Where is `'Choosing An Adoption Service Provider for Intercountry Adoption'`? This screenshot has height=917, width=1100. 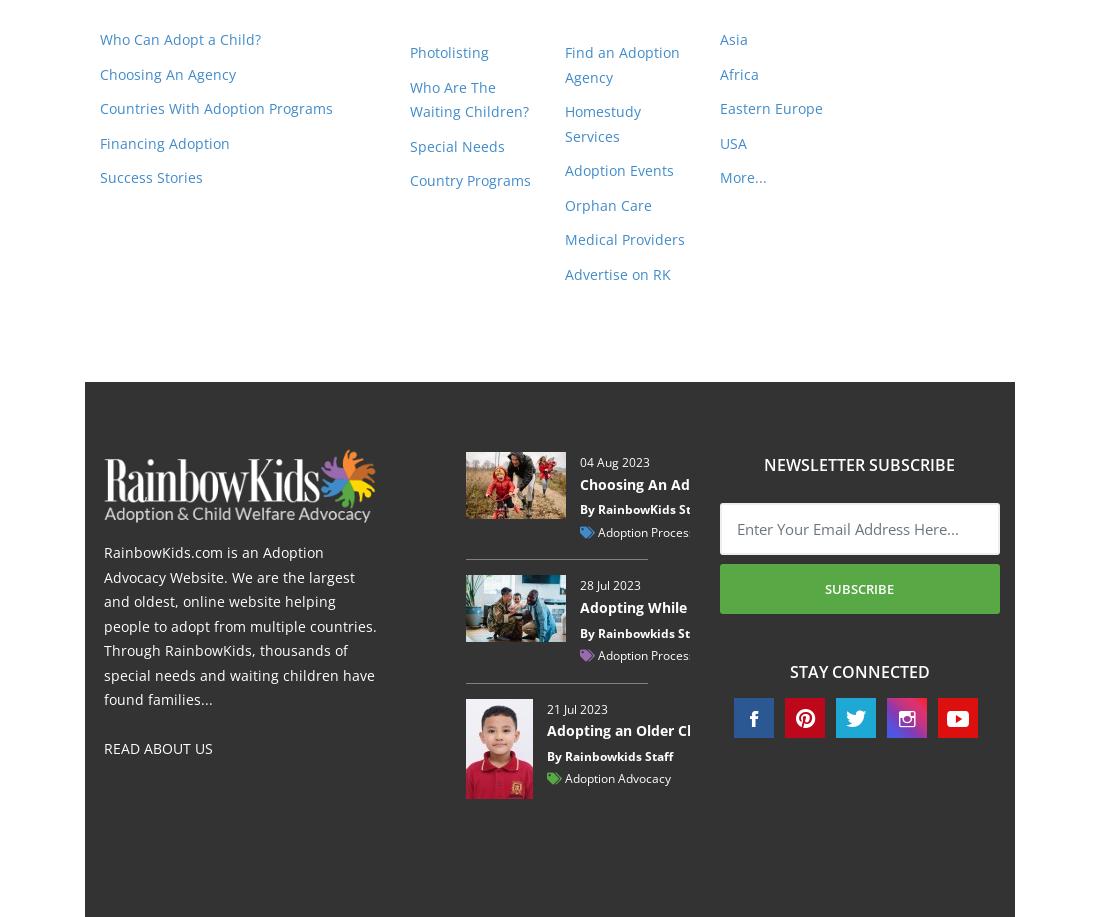 'Choosing An Adoption Service Provider for Intercountry Adoption' is located at coordinates (807, 482).